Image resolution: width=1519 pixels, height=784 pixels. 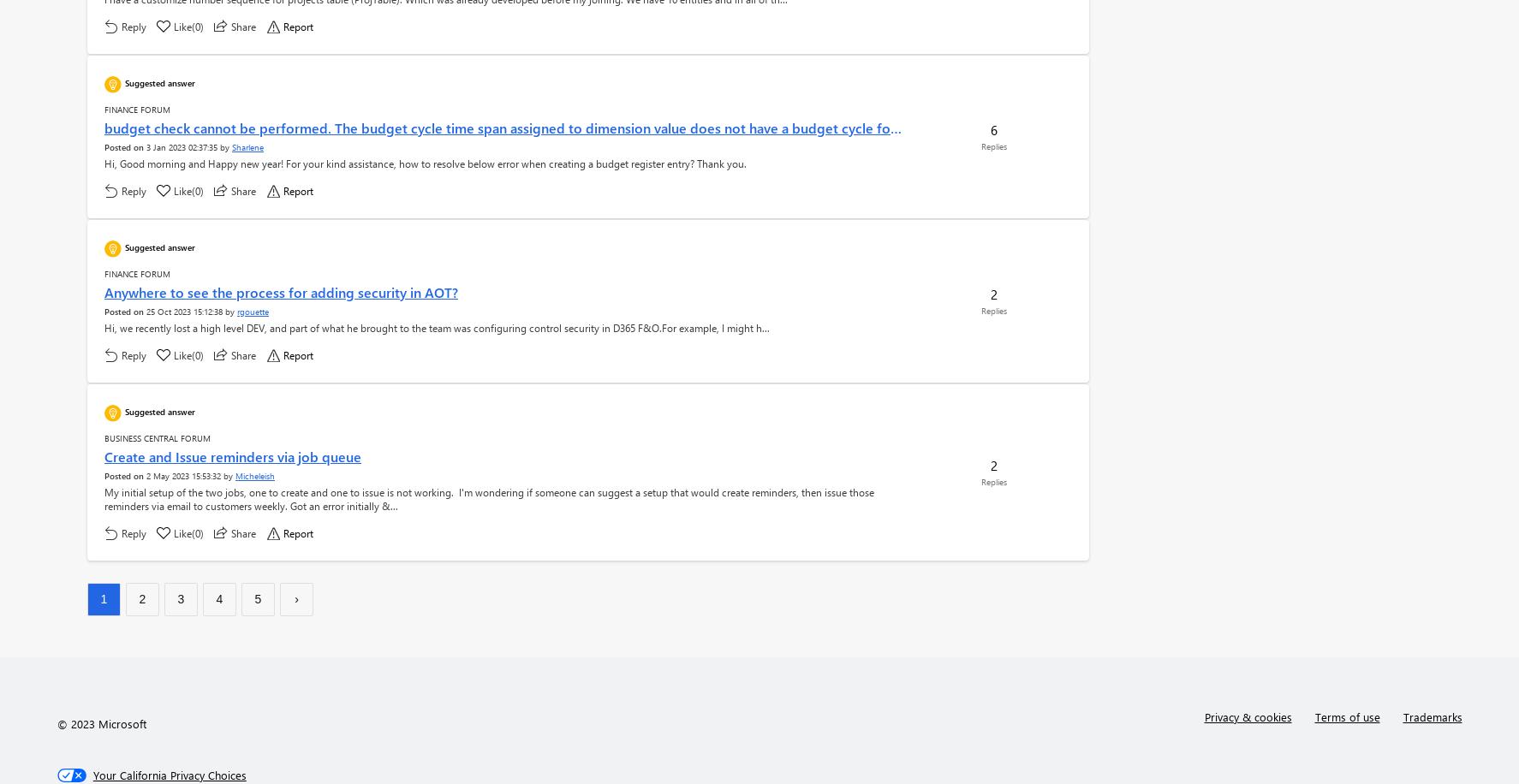 I want to click on '25 Oct 2023 15:12:38', so click(x=183, y=312).